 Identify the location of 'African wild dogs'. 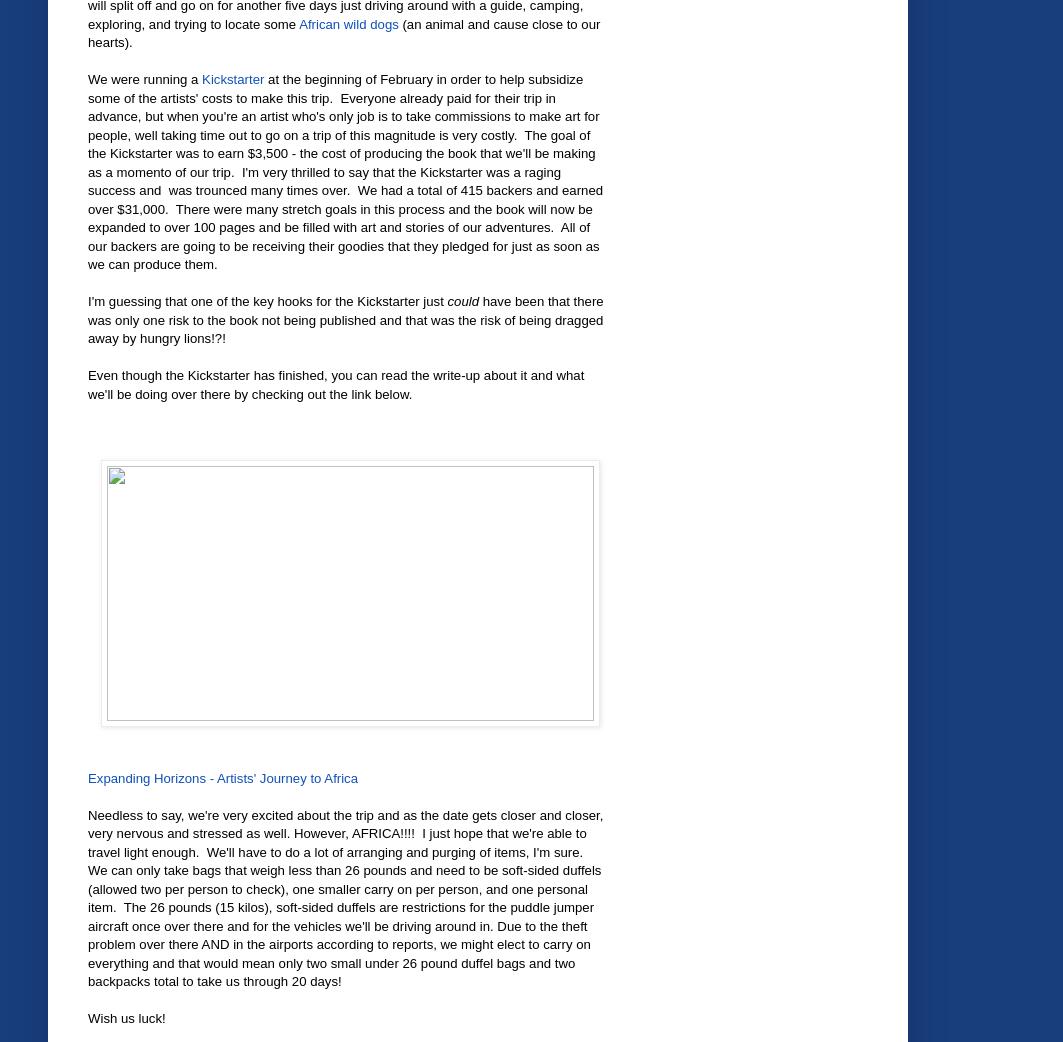
(348, 22).